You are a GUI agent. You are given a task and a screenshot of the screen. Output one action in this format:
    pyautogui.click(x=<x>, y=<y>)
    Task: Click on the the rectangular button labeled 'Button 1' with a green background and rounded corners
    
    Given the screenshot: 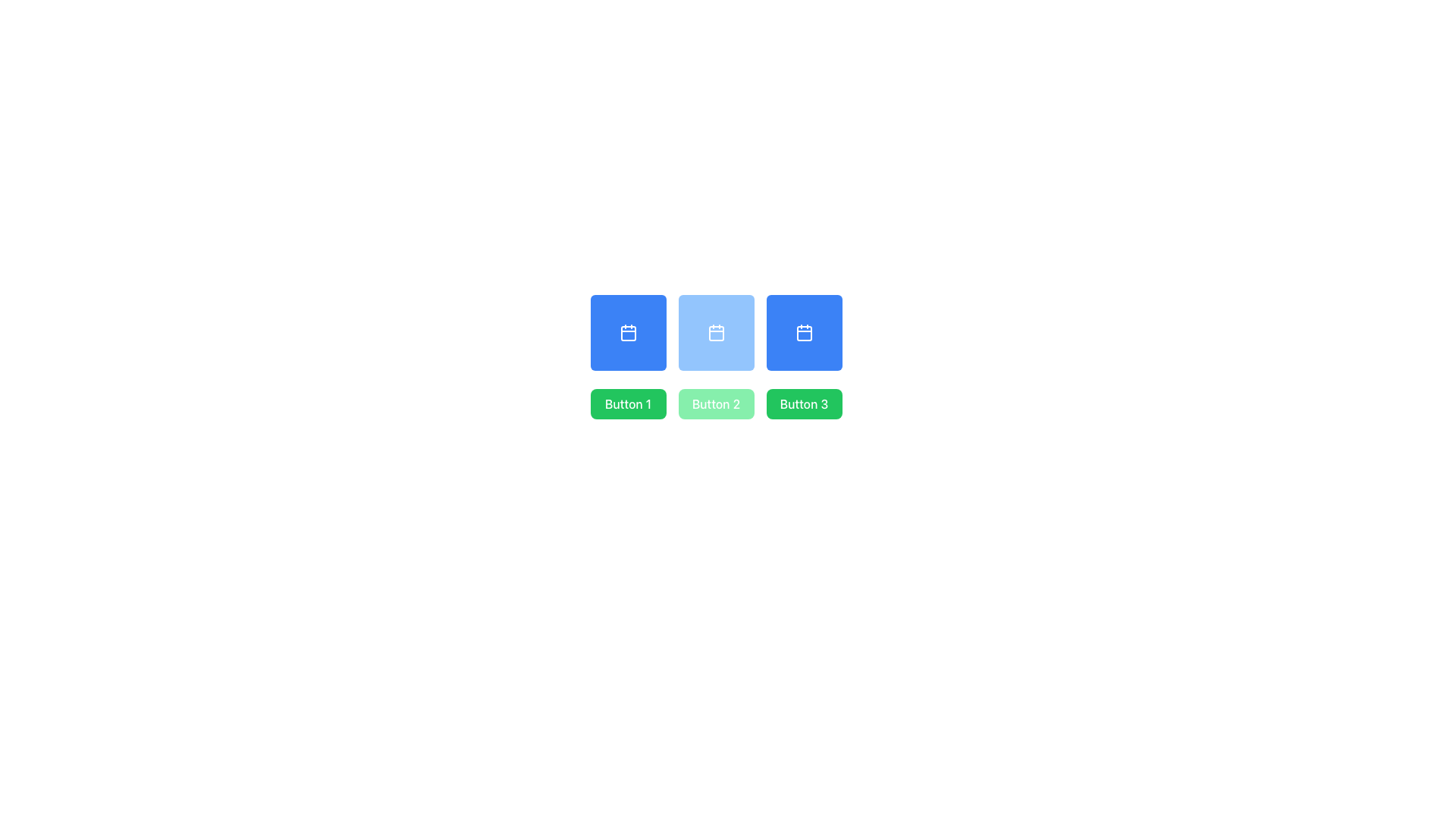 What is the action you would take?
    pyautogui.click(x=628, y=403)
    